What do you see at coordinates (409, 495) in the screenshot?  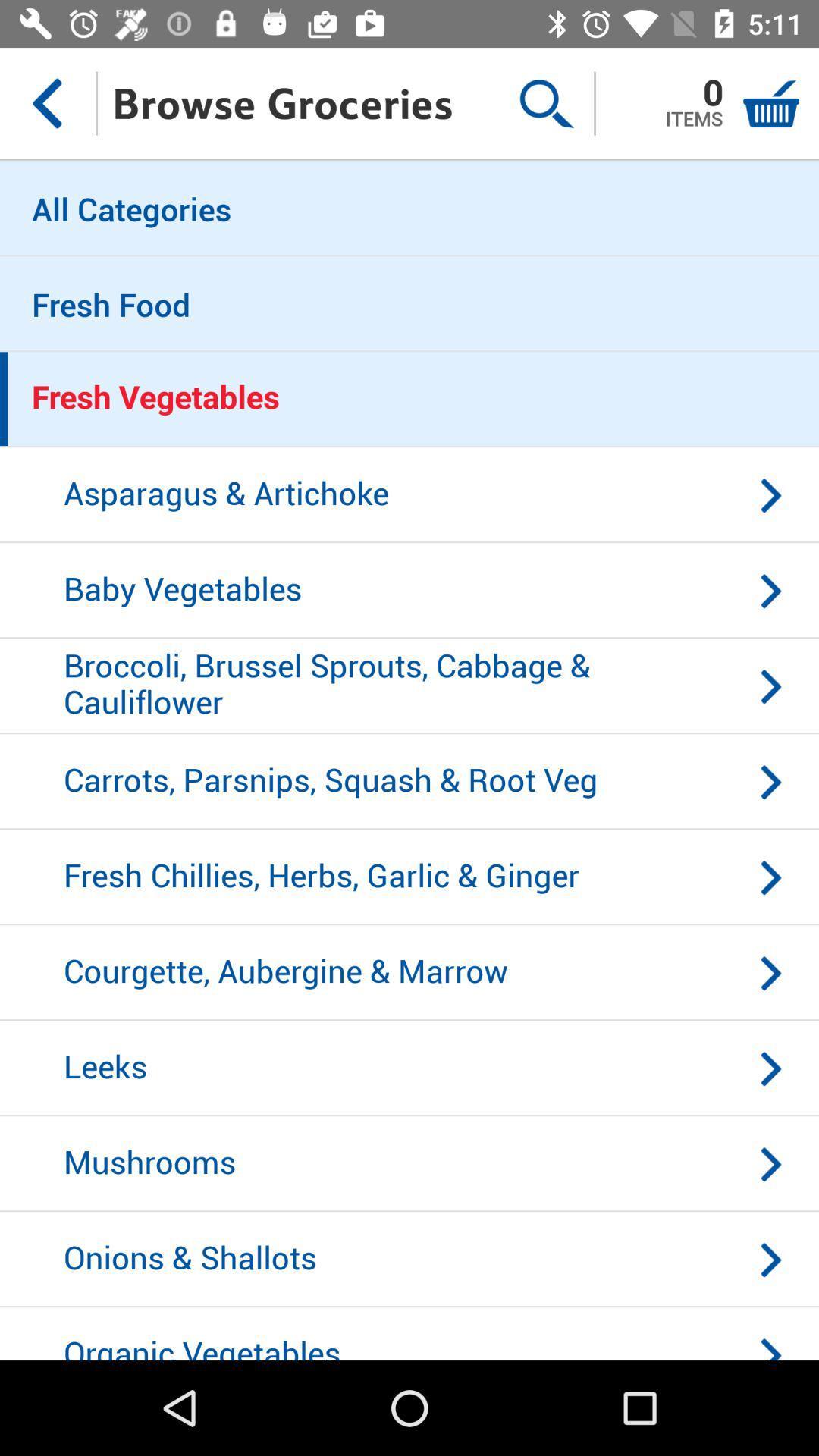 I see `the item above baby vegetables icon` at bounding box center [409, 495].